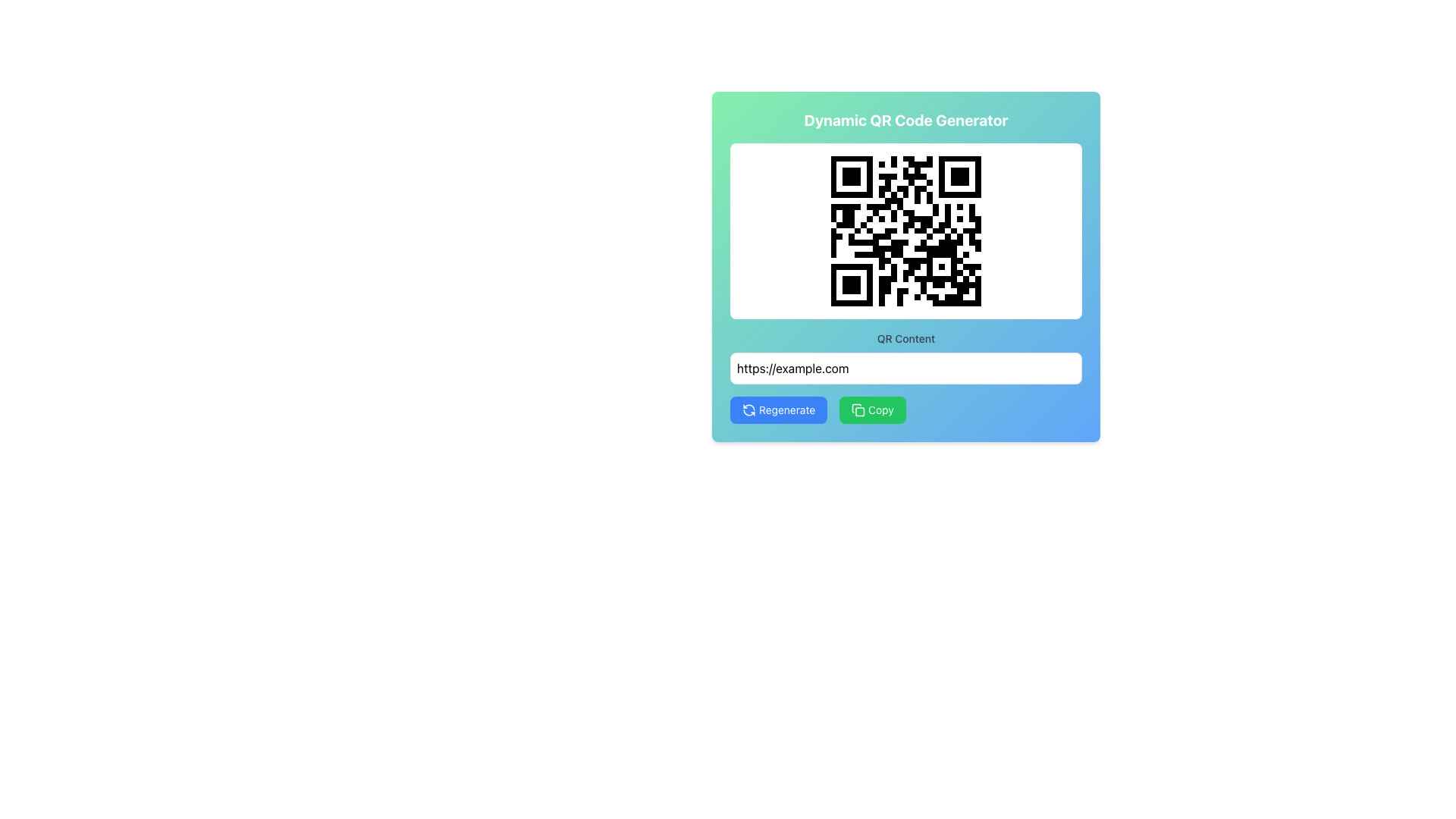 Image resolution: width=1456 pixels, height=819 pixels. What do you see at coordinates (873, 409) in the screenshot?
I see `the copy button located at the bottom-right section of the card interface for keyboard navigation` at bounding box center [873, 409].